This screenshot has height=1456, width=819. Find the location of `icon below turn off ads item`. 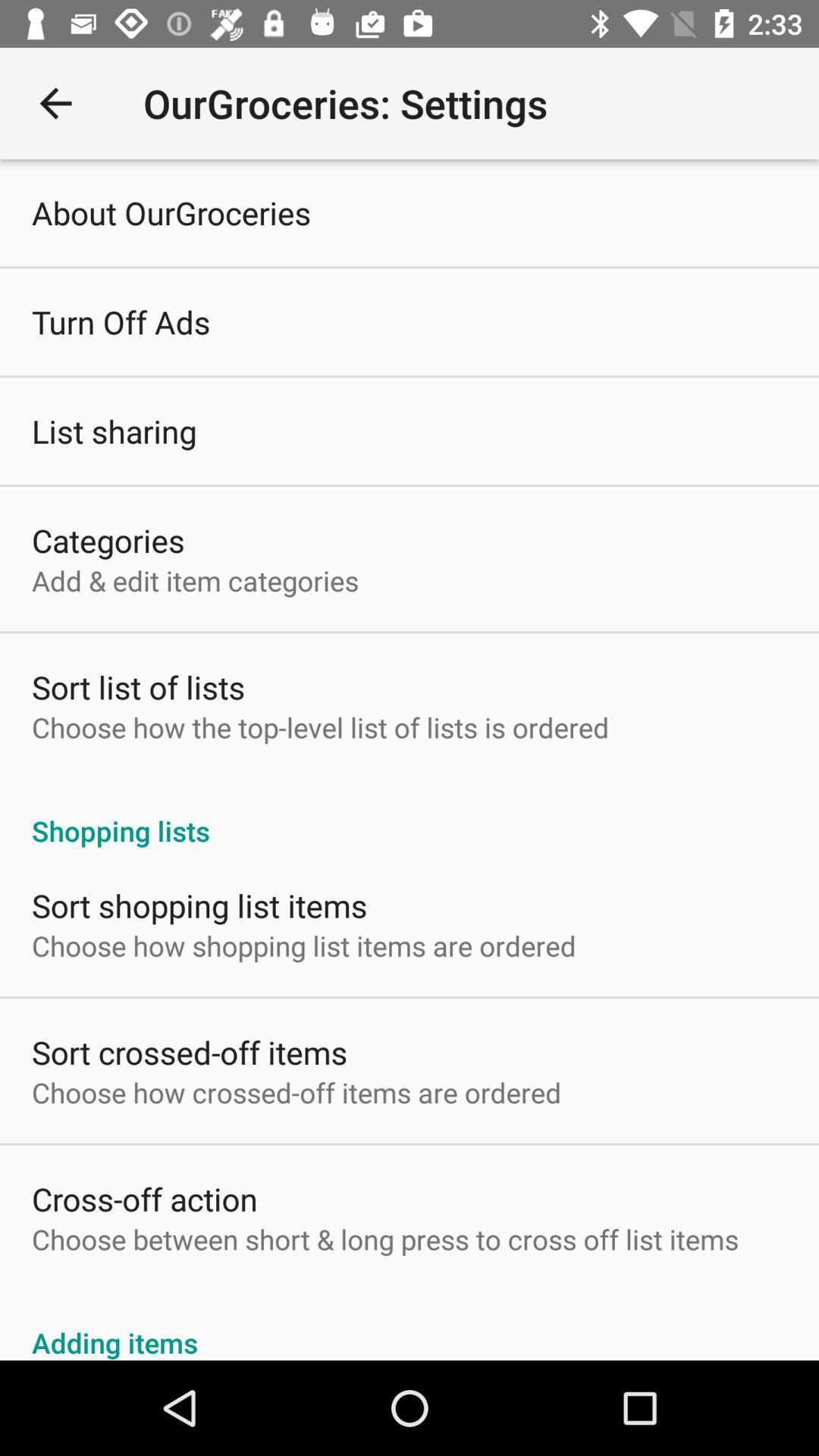

icon below turn off ads item is located at coordinates (113, 430).